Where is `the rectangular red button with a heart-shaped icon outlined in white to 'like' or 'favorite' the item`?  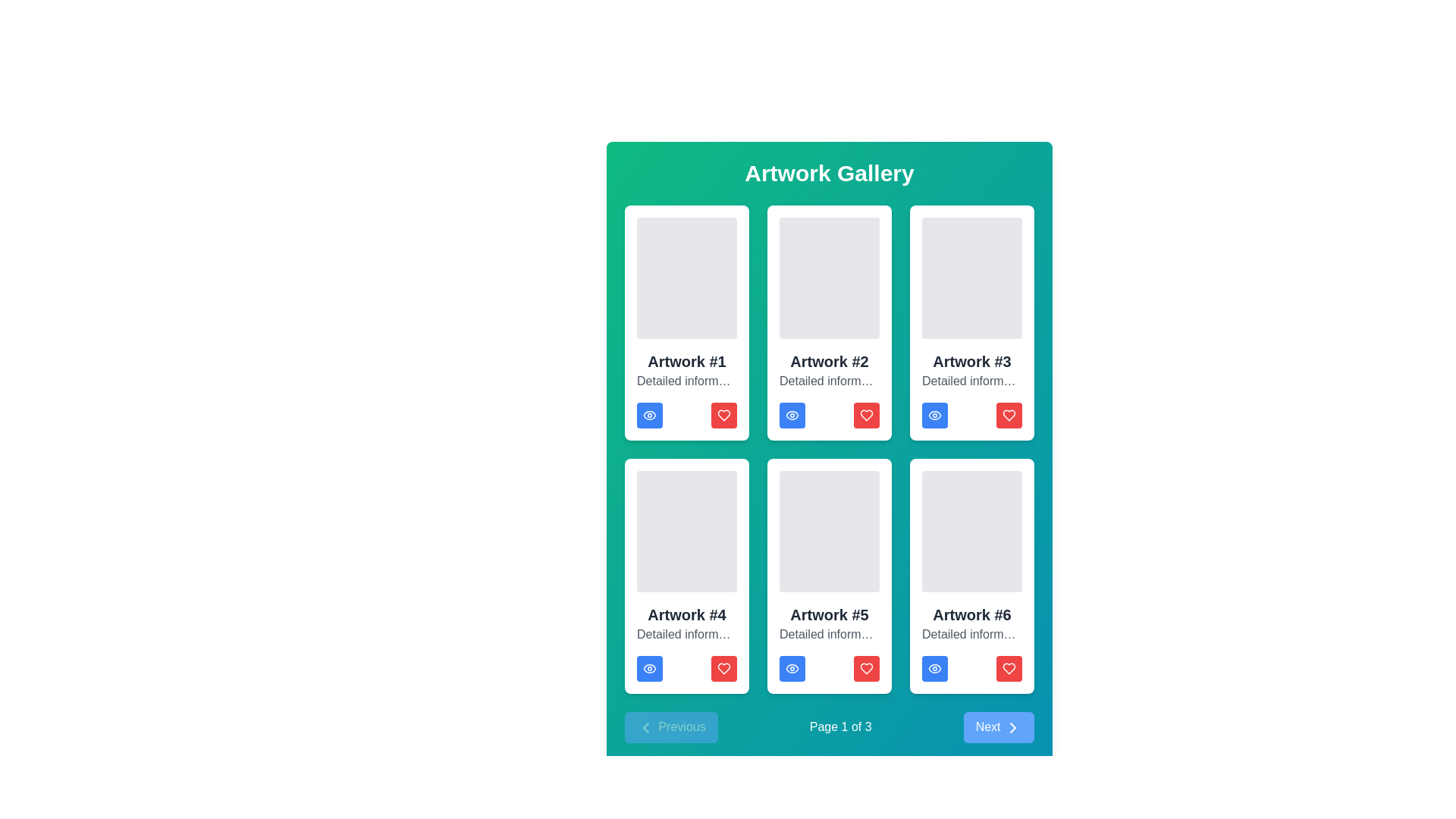 the rectangular red button with a heart-shaped icon outlined in white to 'like' or 'favorite' the item is located at coordinates (866, 415).